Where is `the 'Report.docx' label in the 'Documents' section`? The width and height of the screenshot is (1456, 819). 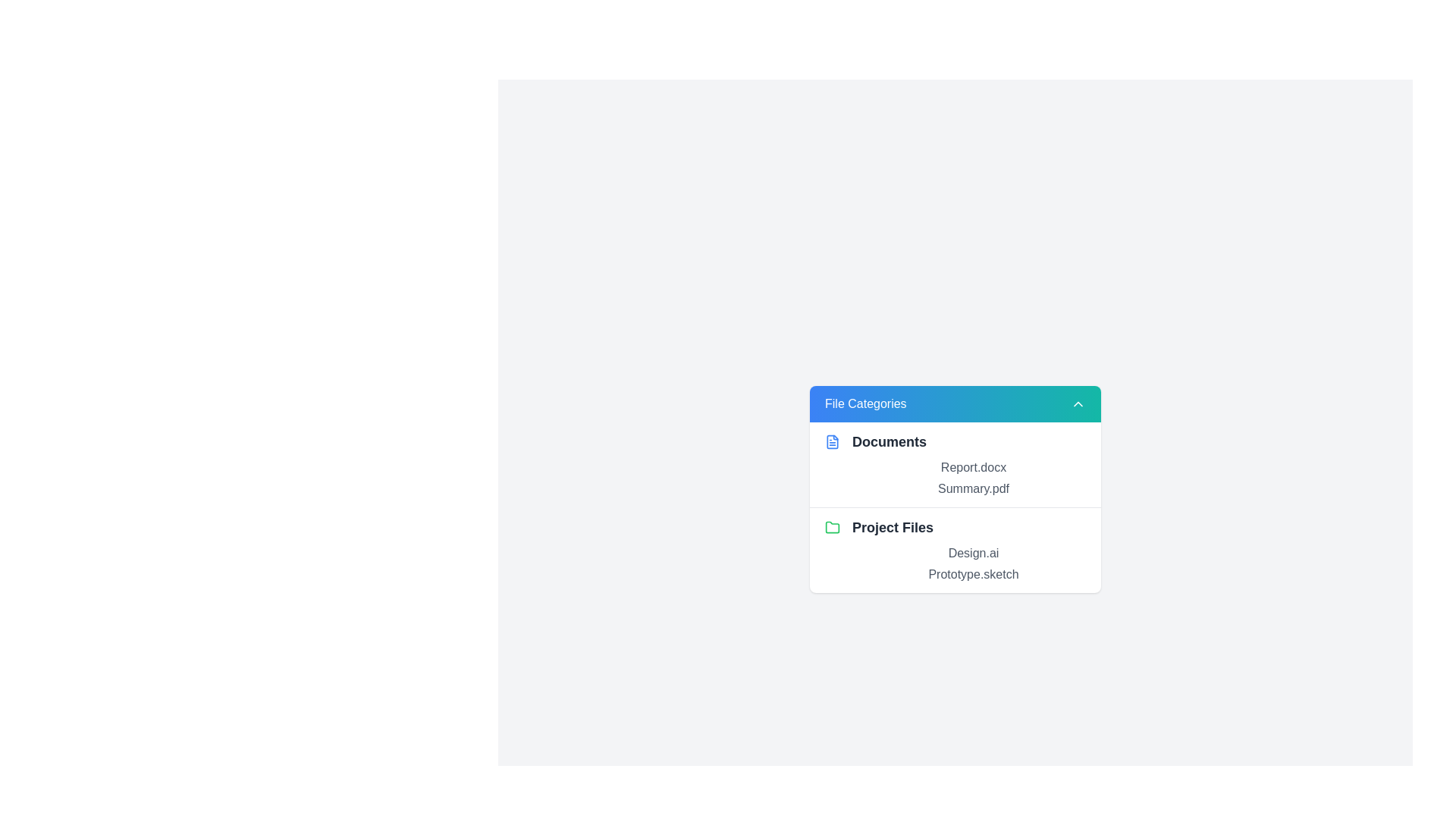 the 'Report.docx' label in the 'Documents' section is located at coordinates (954, 476).